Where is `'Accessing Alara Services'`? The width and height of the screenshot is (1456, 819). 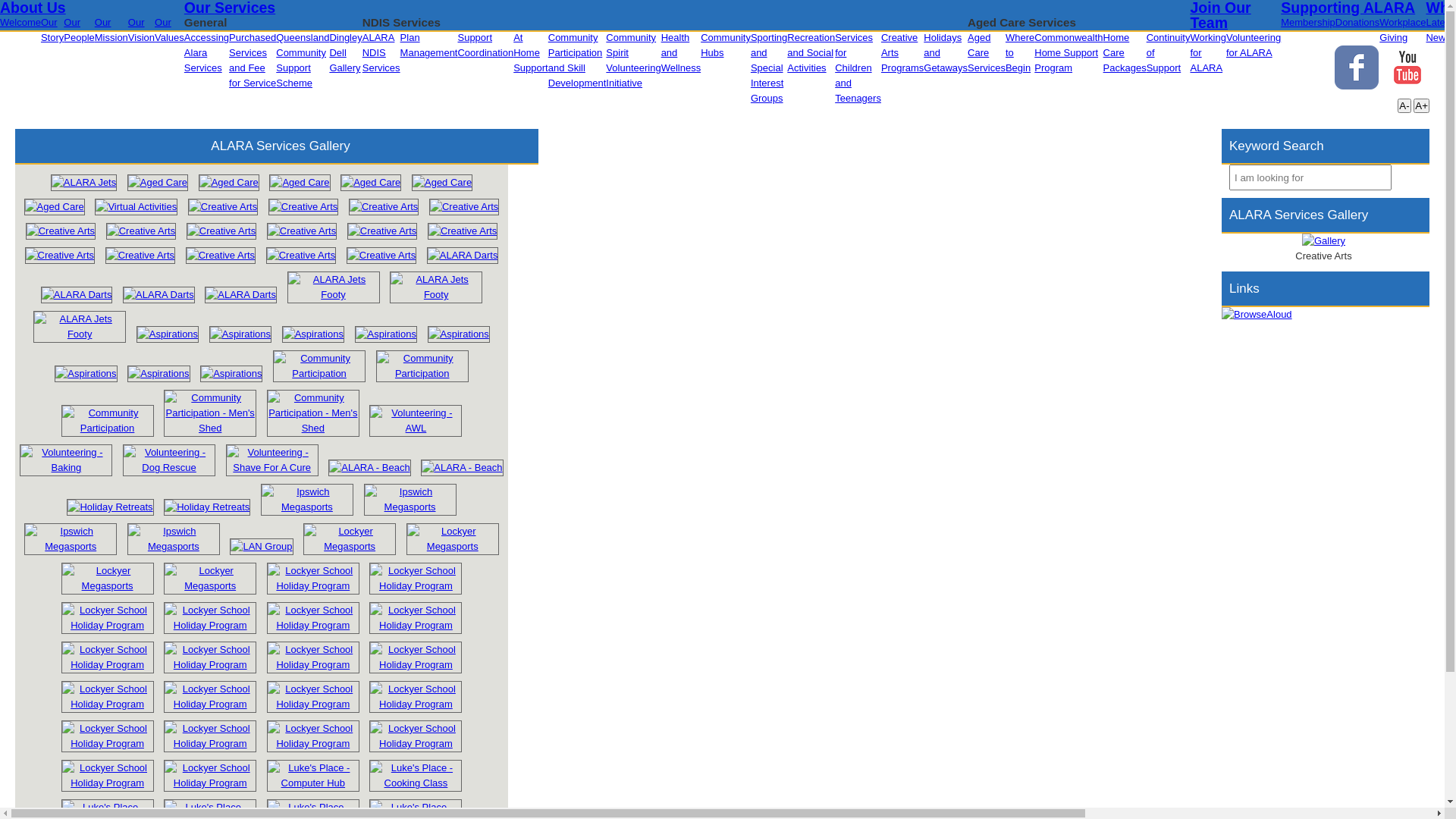 'Accessing Alara Services' is located at coordinates (184, 52).